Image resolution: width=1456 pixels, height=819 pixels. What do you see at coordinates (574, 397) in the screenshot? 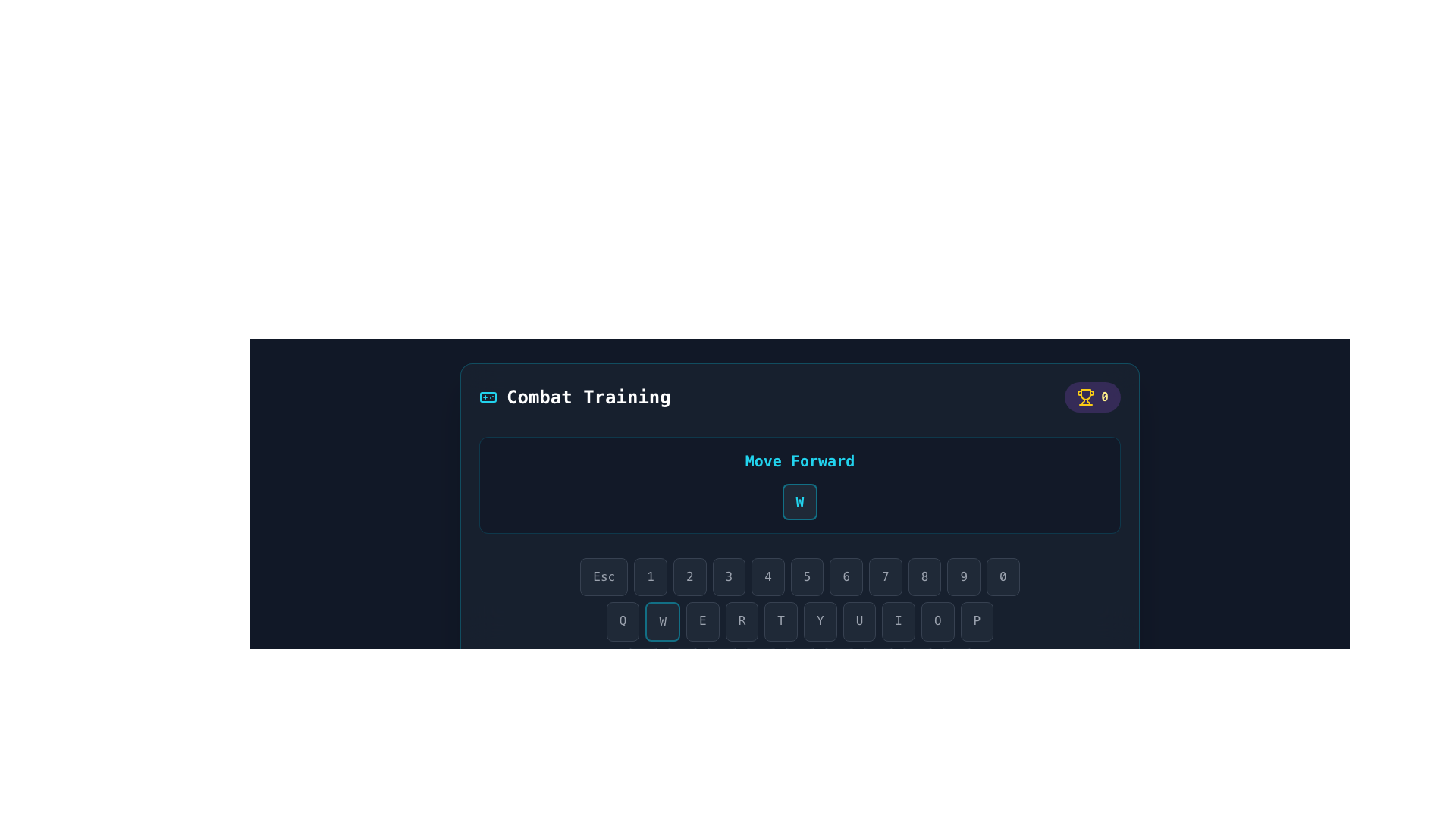
I see `'Combat Training' text label that is displayed in bold white font with a game controller icon on the left, positioned at the top left of the interface` at bounding box center [574, 397].